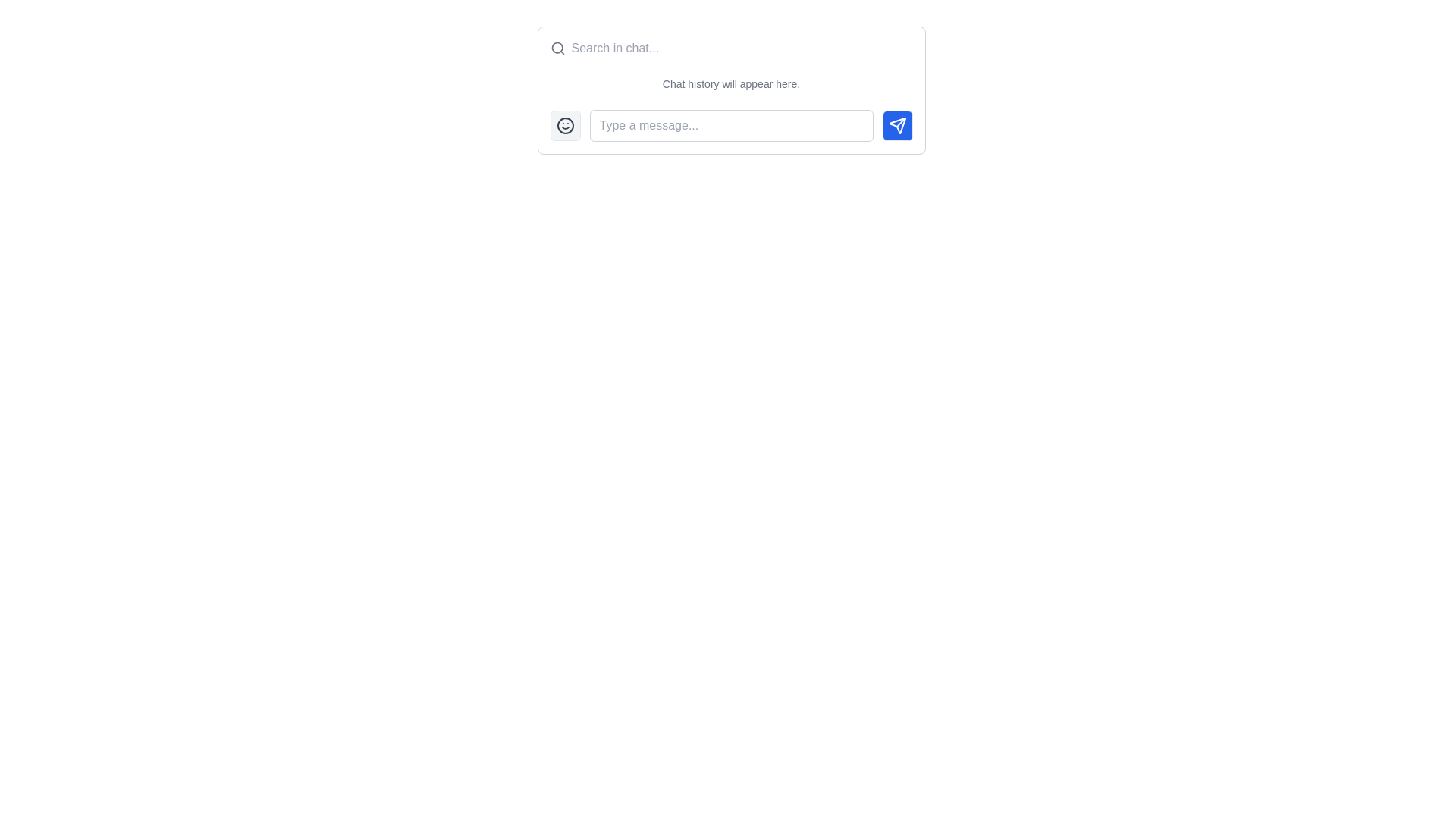  I want to click on the informative placeholder text indicating chat history display, located in the middle section of the chat interface, below the search box and above the text input field, so click(731, 84).